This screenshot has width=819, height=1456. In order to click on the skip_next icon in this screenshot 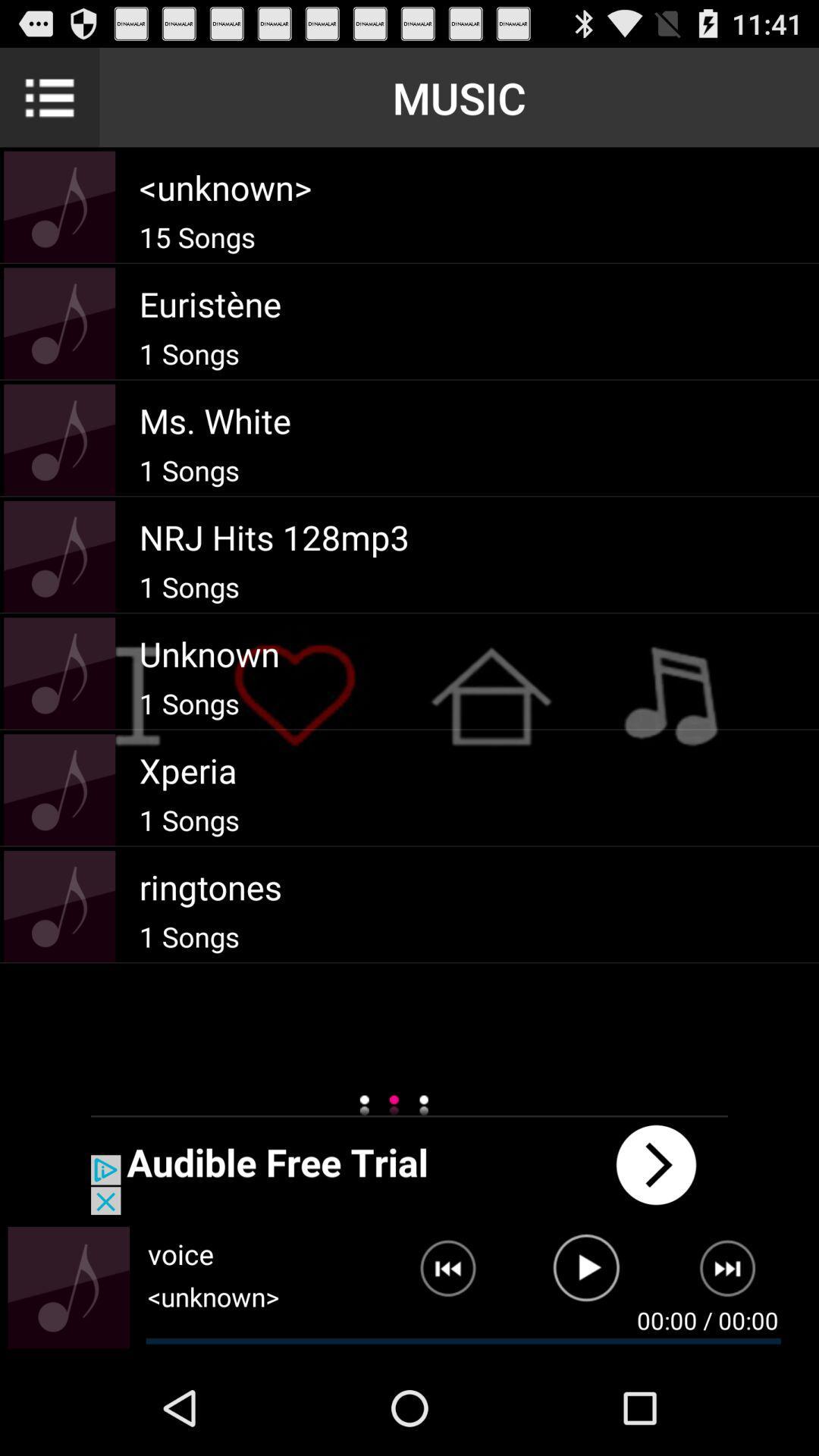, I will do `click(736, 1364)`.